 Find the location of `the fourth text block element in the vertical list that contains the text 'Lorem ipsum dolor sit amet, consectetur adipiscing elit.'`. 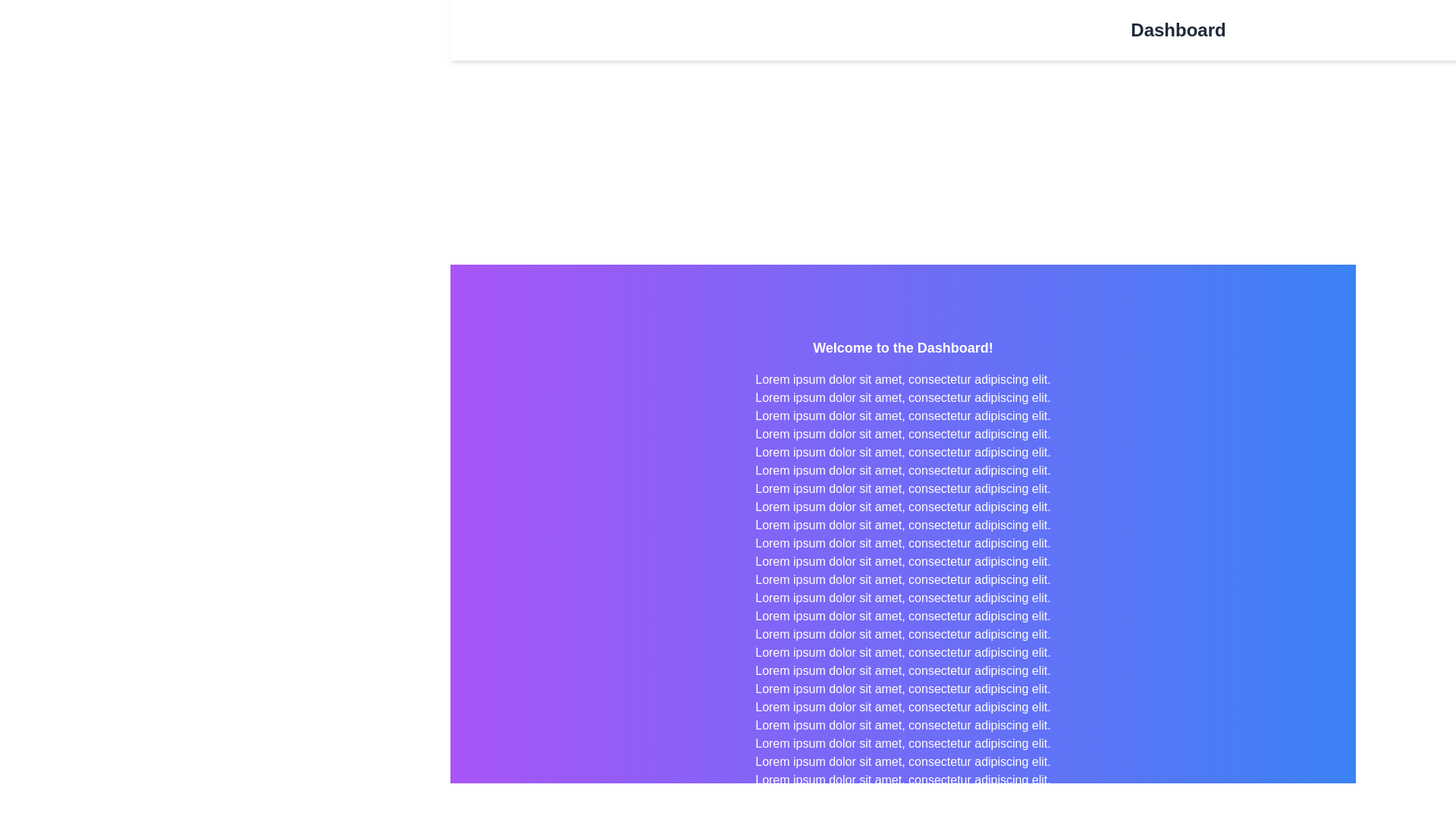

the fourth text block element in the vertical list that contains the text 'Lorem ipsum dolor sit amet, consectetur adipiscing elit.' is located at coordinates (902, 416).